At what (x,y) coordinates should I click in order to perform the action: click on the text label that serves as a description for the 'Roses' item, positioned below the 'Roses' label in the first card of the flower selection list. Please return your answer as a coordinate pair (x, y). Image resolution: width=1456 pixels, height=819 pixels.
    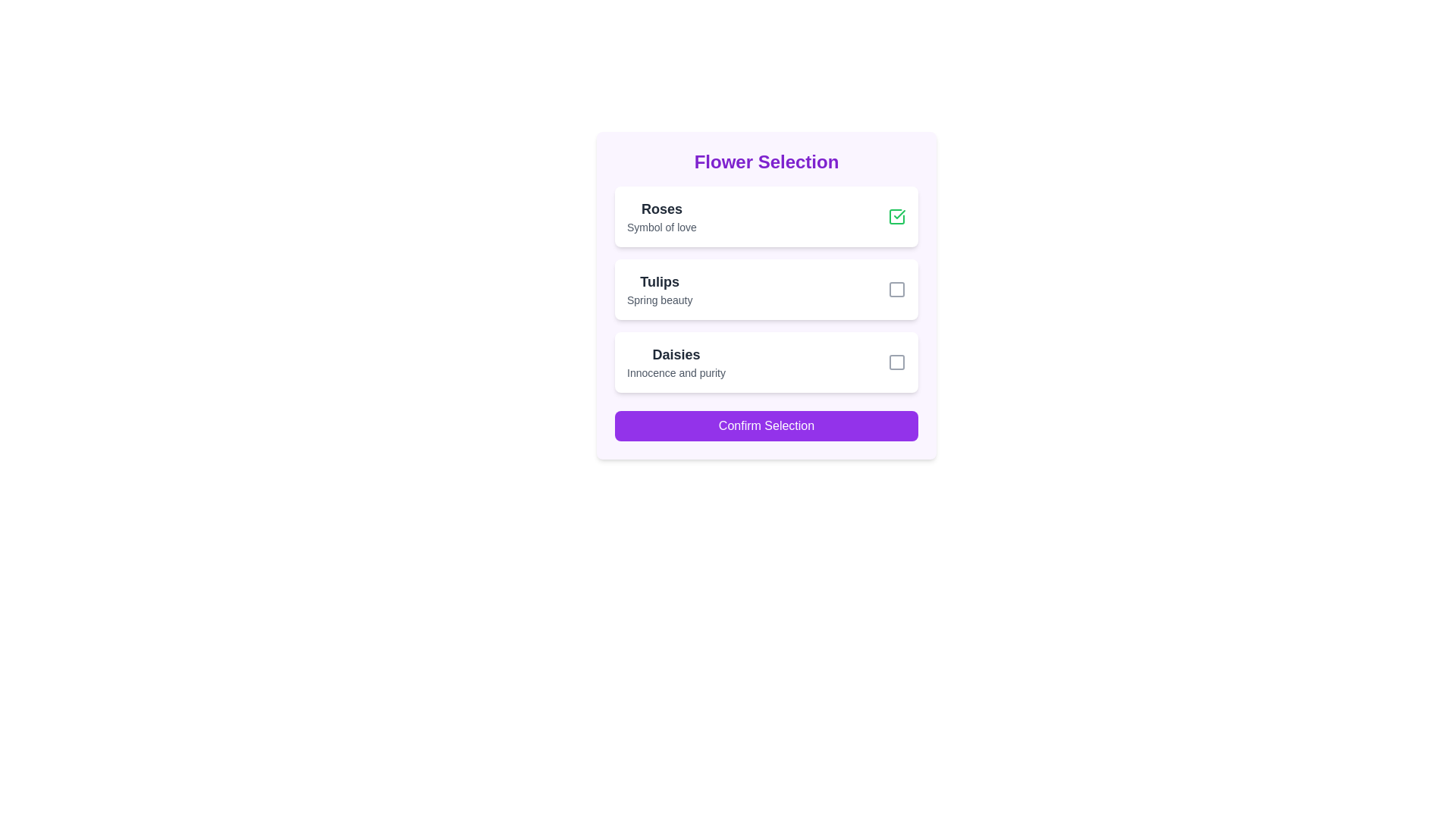
    Looking at the image, I should click on (661, 227).